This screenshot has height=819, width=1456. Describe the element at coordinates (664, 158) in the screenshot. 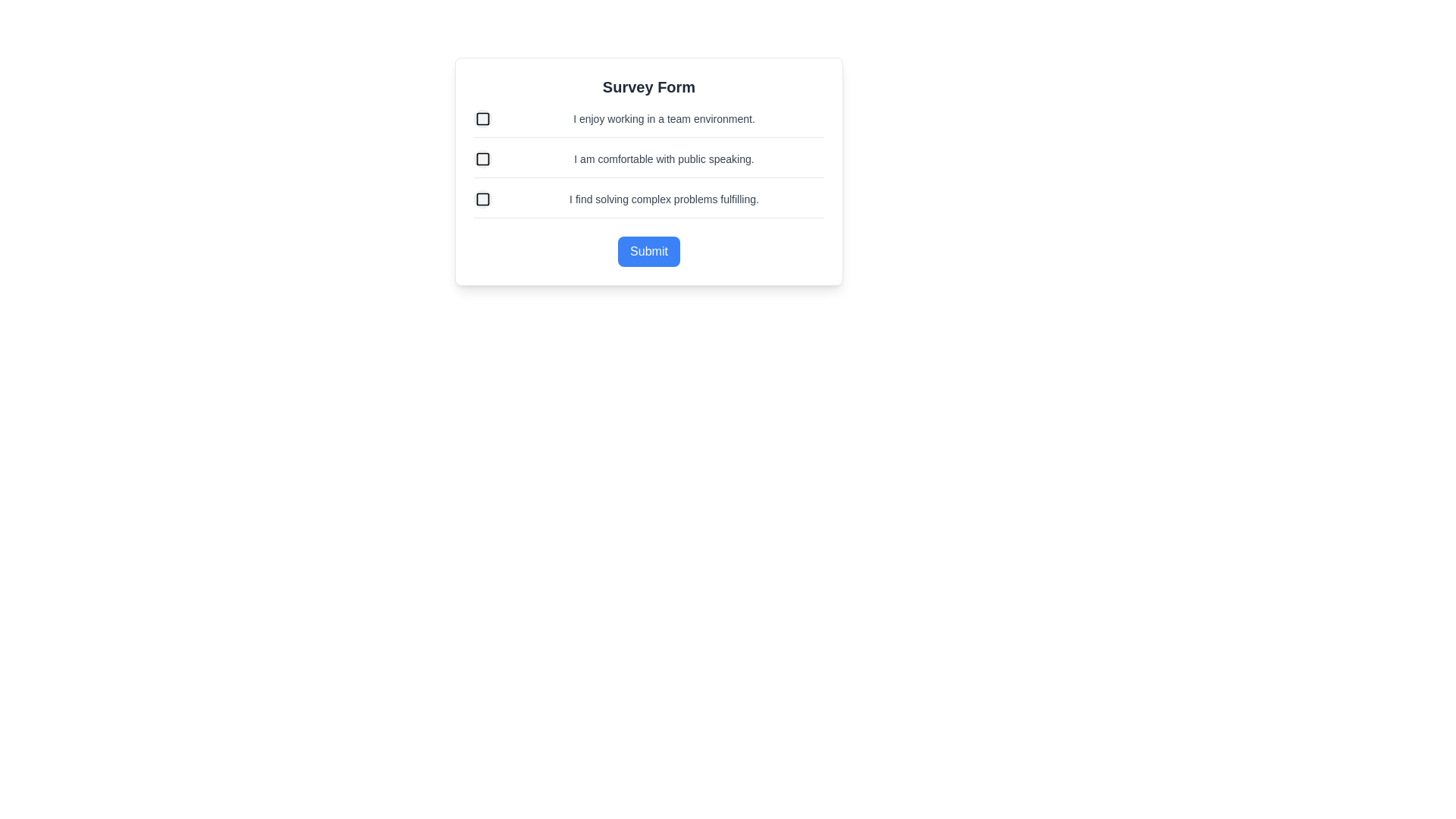

I see `text label displaying 'I am comfortable with public speaking.' which is in small gray text, located to the right of a checkbox in the survey form interface` at that location.